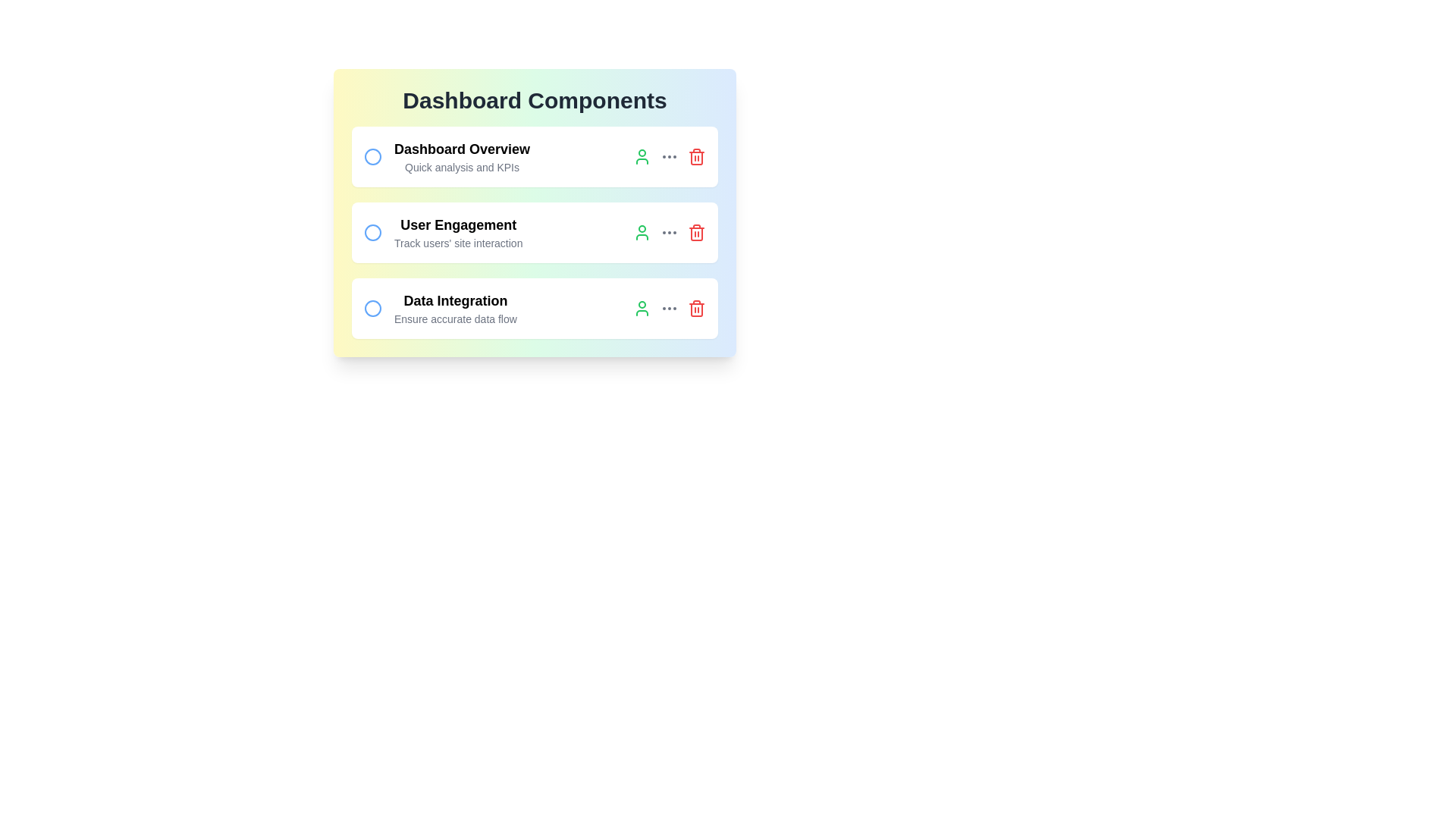 This screenshot has height=819, width=1456. What do you see at coordinates (695, 157) in the screenshot?
I see `the trash icon to delete the task corresponding to Dashboard Overview` at bounding box center [695, 157].